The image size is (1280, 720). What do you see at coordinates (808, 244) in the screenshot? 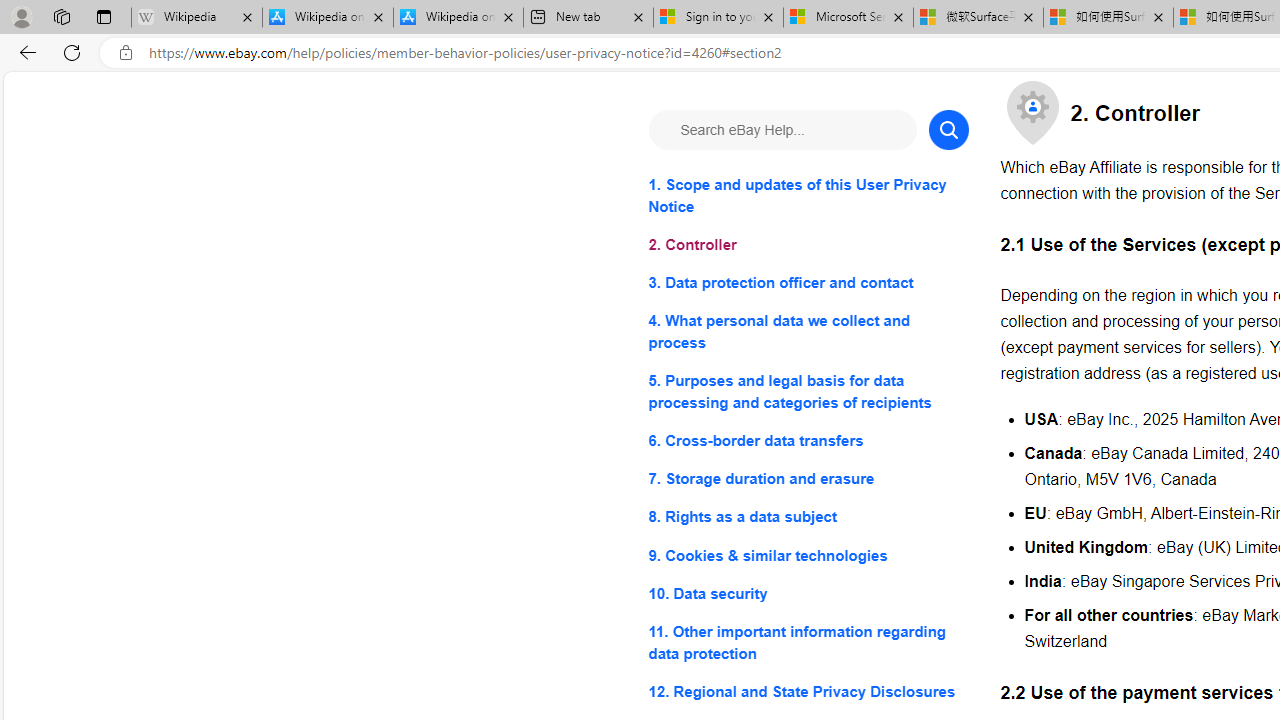
I see `'2. Controller'` at bounding box center [808, 244].